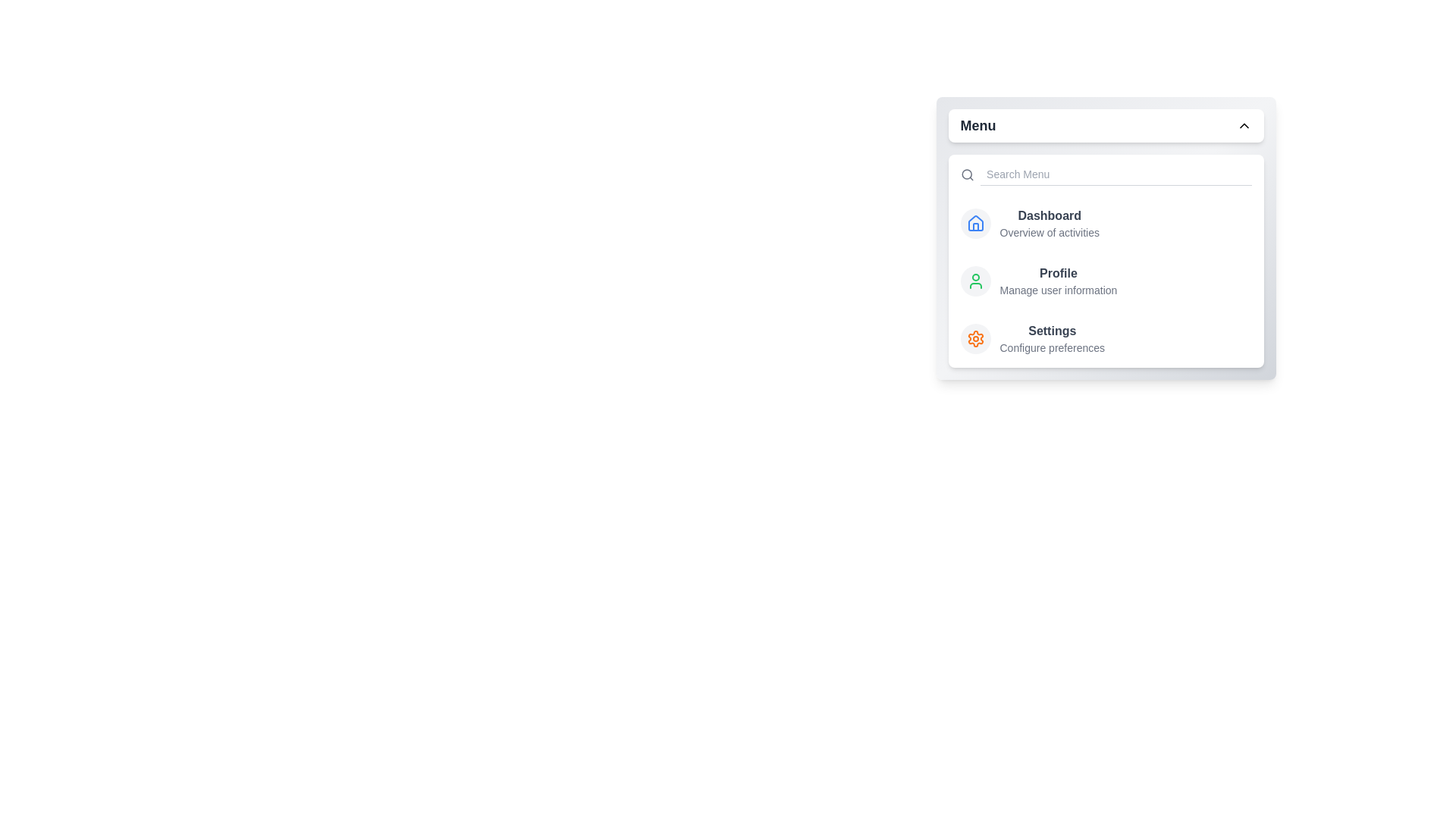 The image size is (1456, 819). Describe the element at coordinates (1058, 274) in the screenshot. I see `the menu item labeled Profile` at that location.